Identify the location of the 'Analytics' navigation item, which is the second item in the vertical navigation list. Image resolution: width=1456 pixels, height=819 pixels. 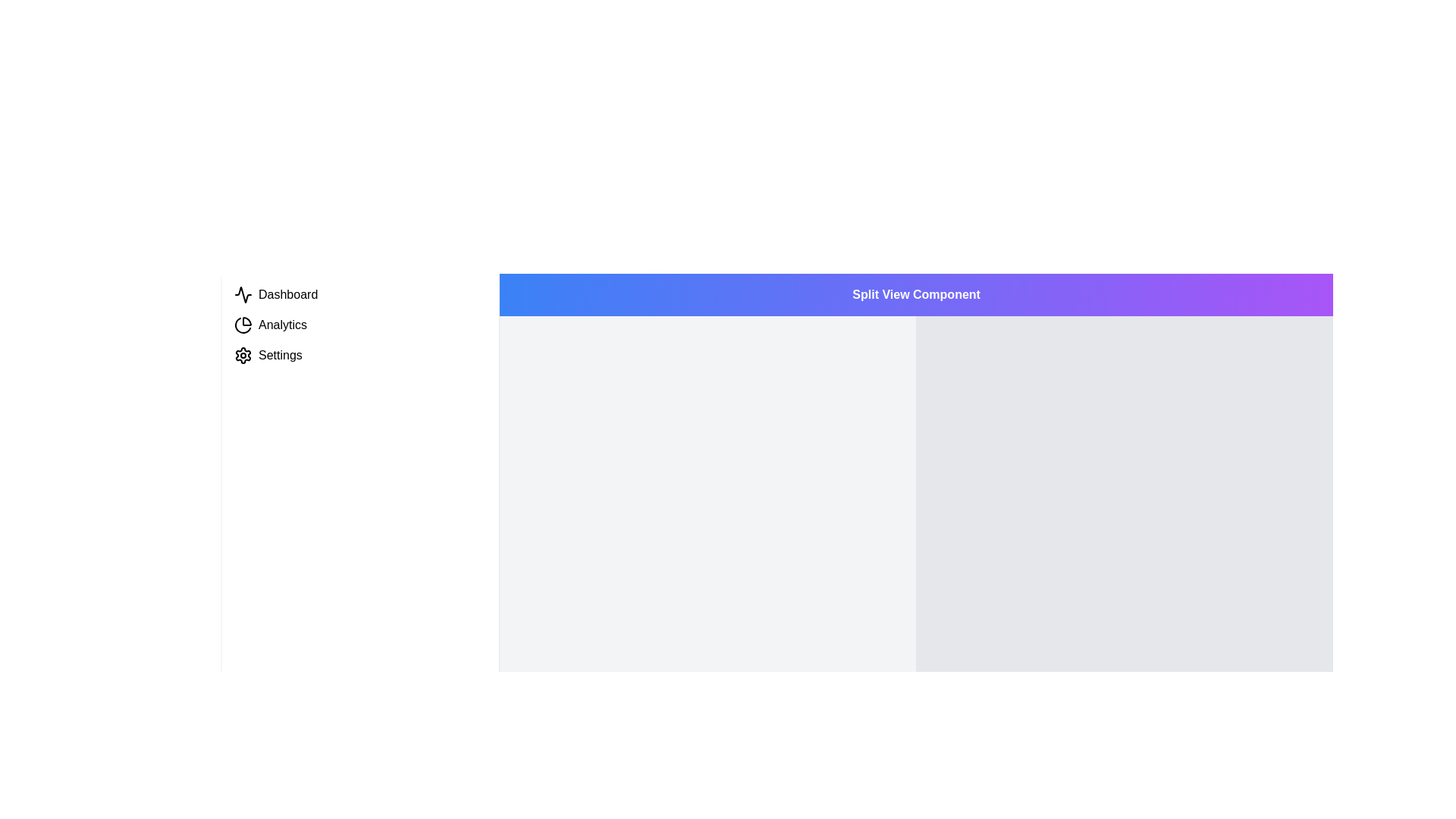
(359, 324).